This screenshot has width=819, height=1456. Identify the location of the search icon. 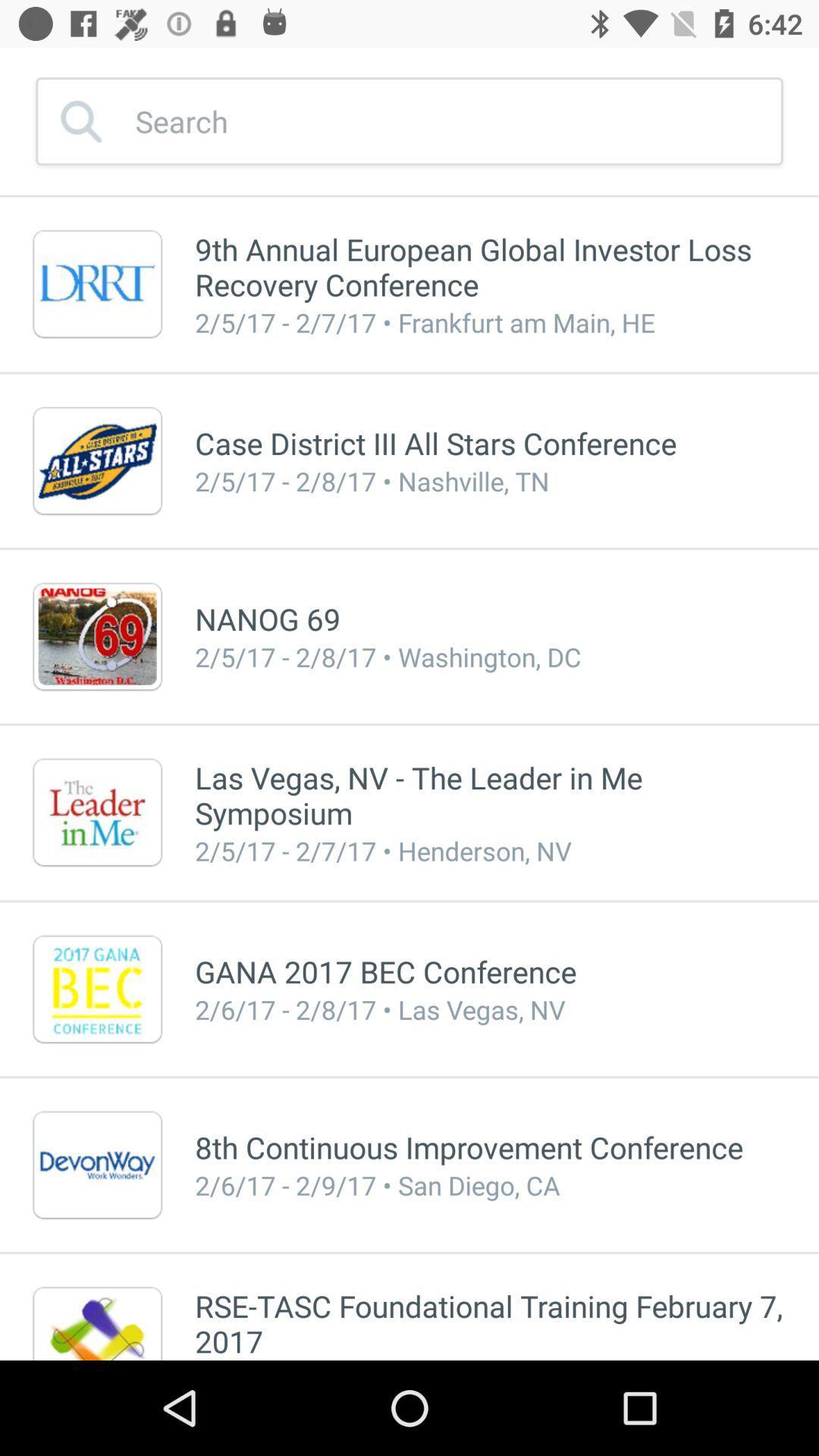
(52, 99).